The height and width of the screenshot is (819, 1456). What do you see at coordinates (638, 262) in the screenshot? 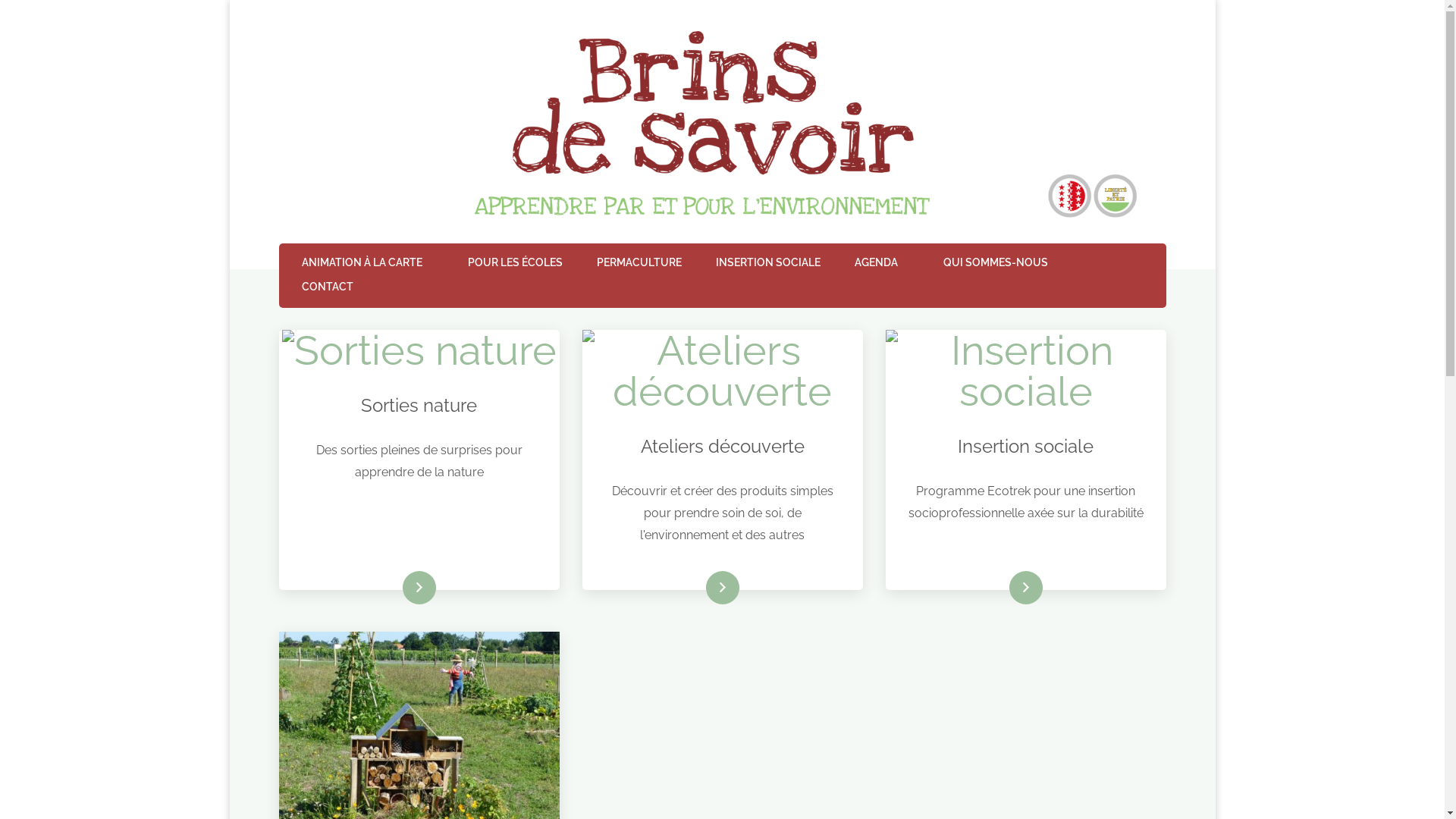
I see `'PERMACULTURE'` at bounding box center [638, 262].